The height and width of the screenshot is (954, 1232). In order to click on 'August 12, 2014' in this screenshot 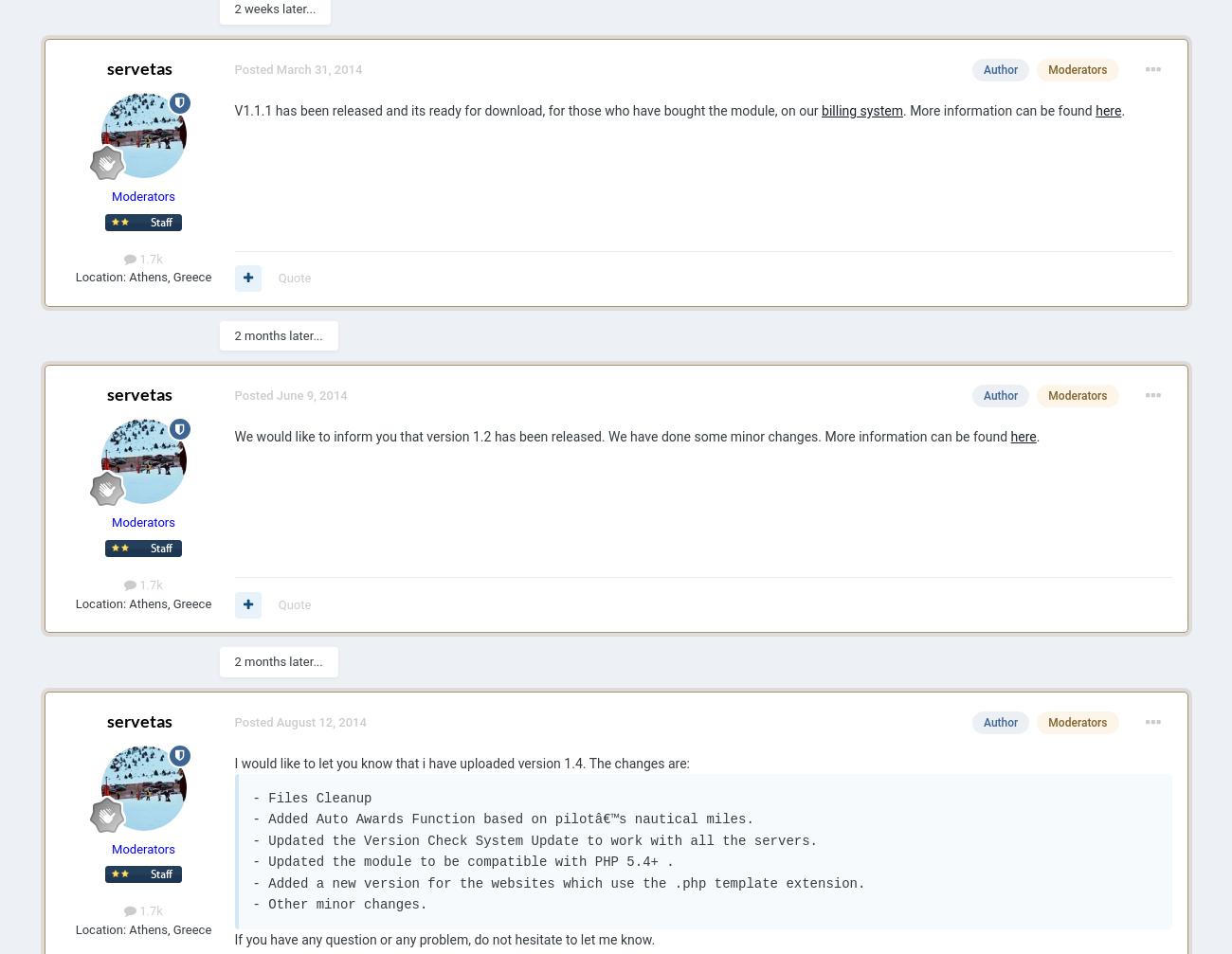, I will do `click(319, 720)`.